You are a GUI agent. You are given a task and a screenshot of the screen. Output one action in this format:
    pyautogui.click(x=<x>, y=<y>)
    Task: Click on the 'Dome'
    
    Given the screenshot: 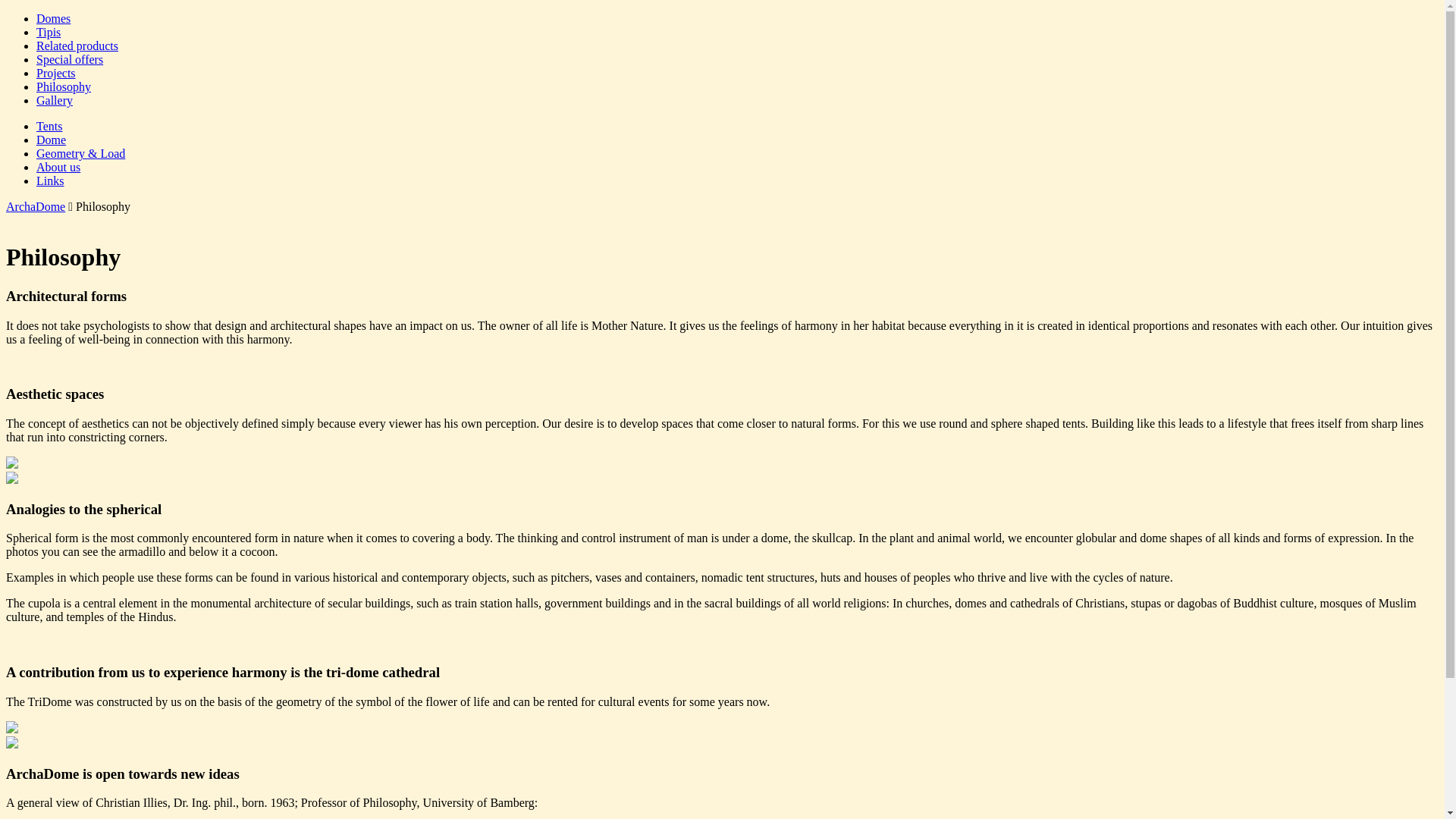 What is the action you would take?
    pyautogui.click(x=36, y=140)
    